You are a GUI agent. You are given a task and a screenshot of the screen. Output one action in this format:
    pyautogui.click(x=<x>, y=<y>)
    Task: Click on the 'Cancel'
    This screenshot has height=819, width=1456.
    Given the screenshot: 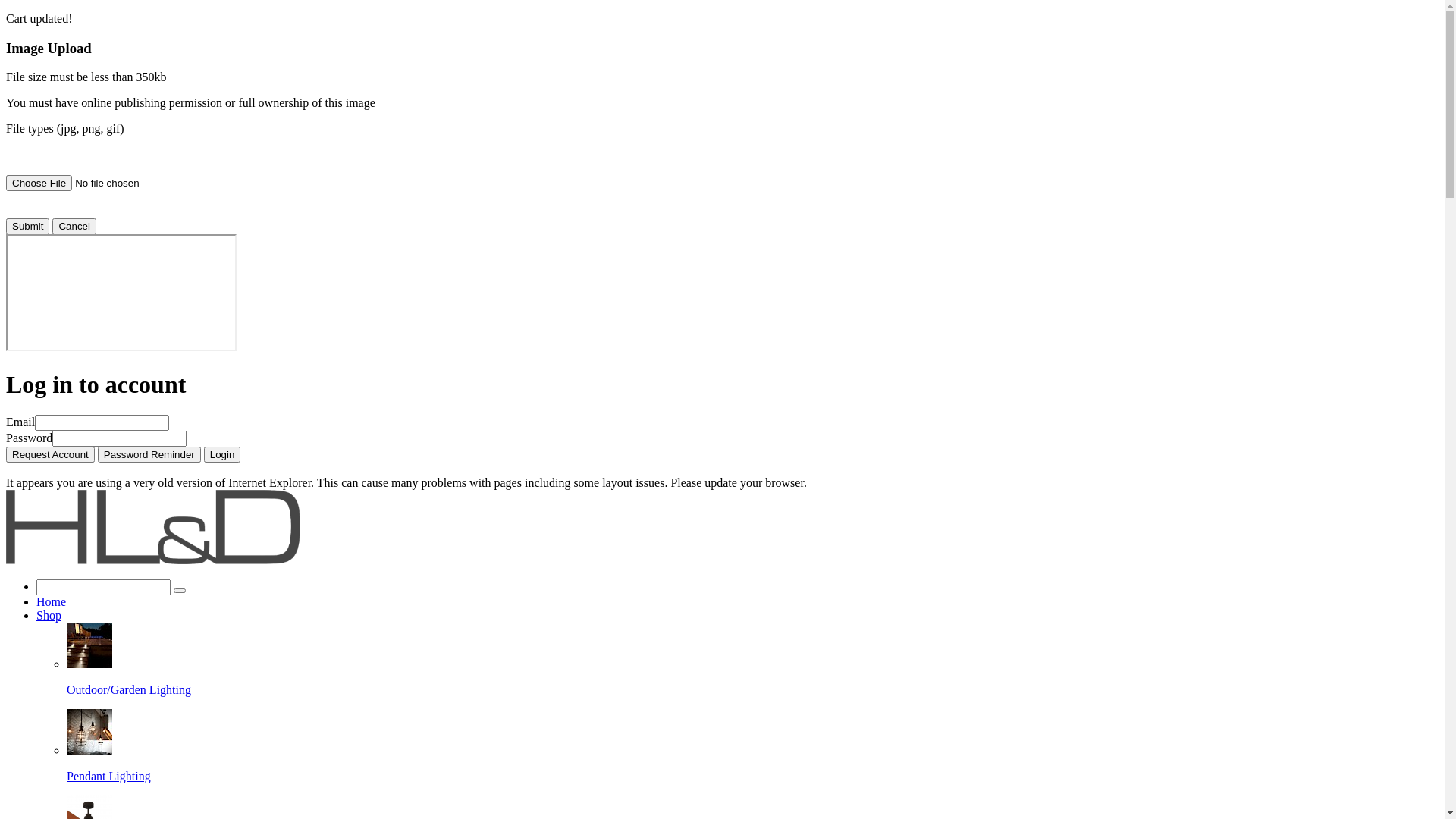 What is the action you would take?
    pyautogui.click(x=73, y=226)
    